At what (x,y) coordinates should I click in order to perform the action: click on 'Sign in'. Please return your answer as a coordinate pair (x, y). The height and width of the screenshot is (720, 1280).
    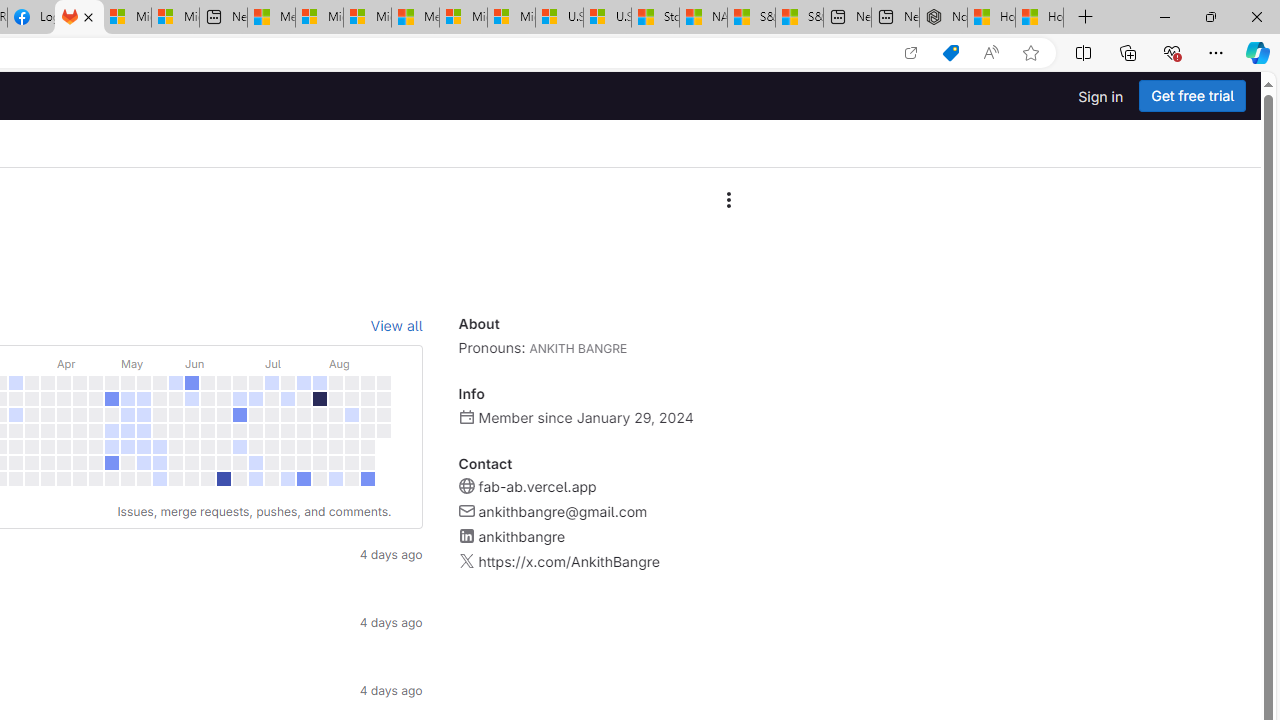
    Looking at the image, I should click on (1099, 96).